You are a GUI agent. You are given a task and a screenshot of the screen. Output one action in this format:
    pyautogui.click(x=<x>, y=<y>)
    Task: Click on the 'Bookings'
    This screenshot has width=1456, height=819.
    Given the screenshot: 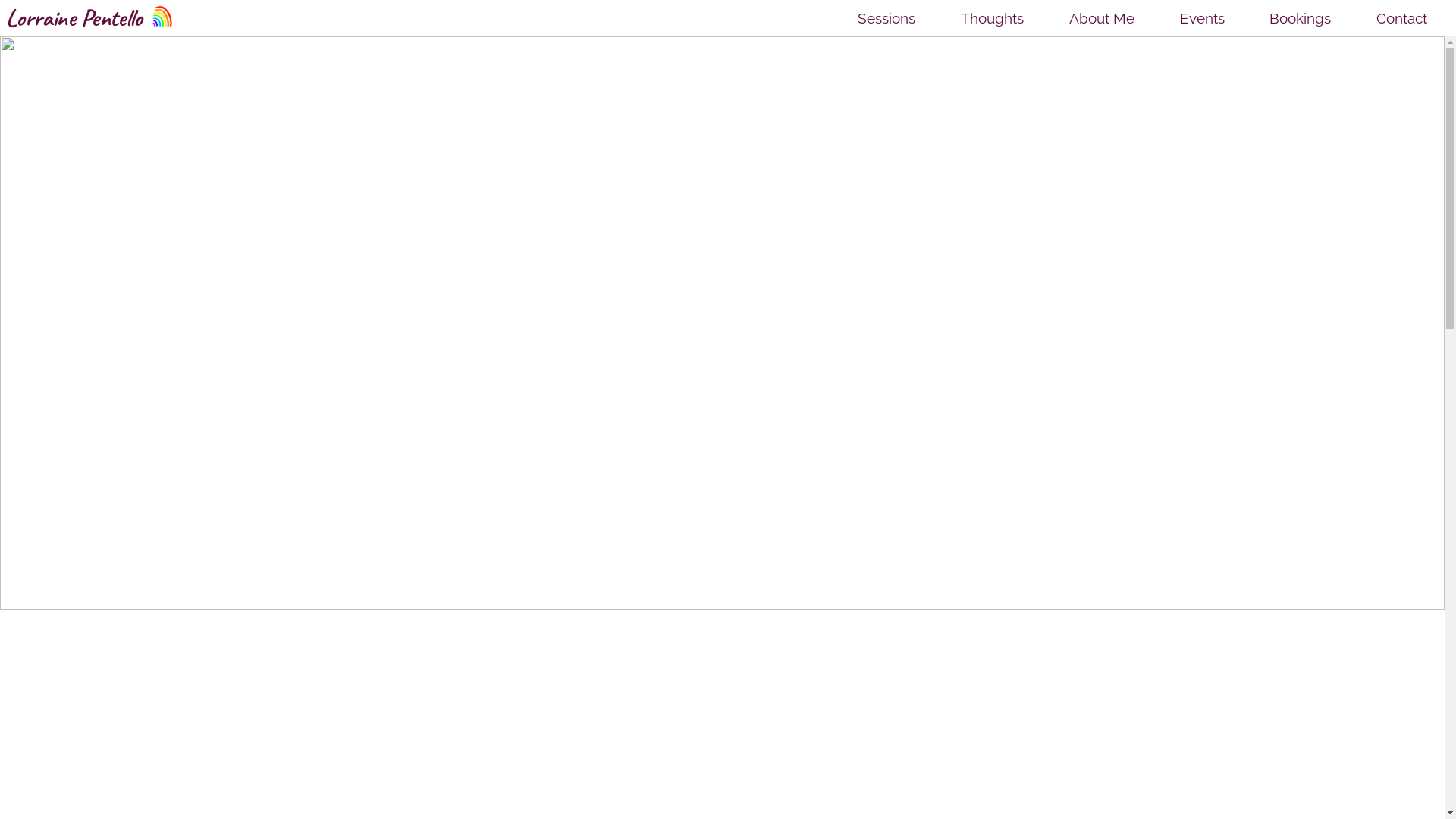 What is the action you would take?
    pyautogui.click(x=1262, y=17)
    